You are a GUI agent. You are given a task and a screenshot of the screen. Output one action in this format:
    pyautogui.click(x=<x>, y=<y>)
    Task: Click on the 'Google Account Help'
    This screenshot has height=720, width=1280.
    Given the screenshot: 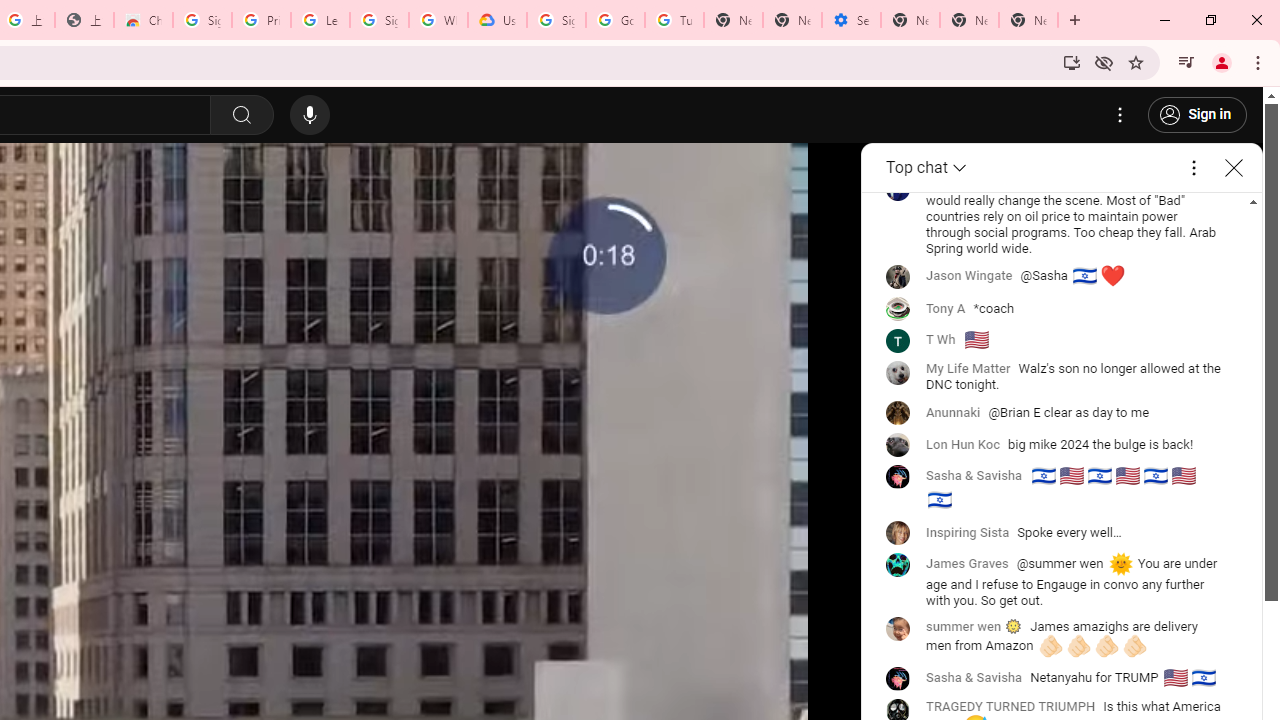 What is the action you would take?
    pyautogui.click(x=614, y=20)
    